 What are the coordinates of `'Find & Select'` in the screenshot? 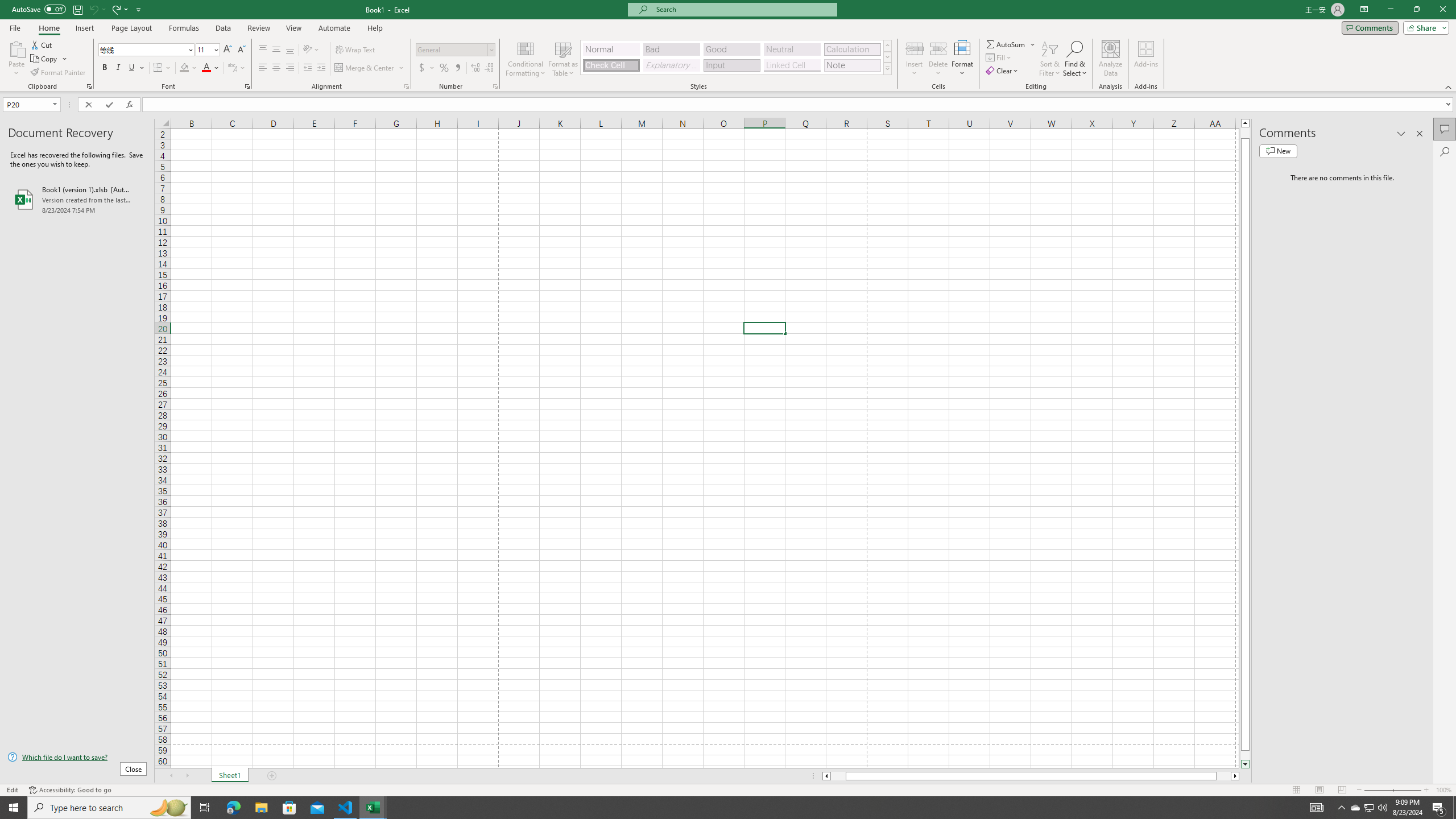 It's located at (1075, 59).